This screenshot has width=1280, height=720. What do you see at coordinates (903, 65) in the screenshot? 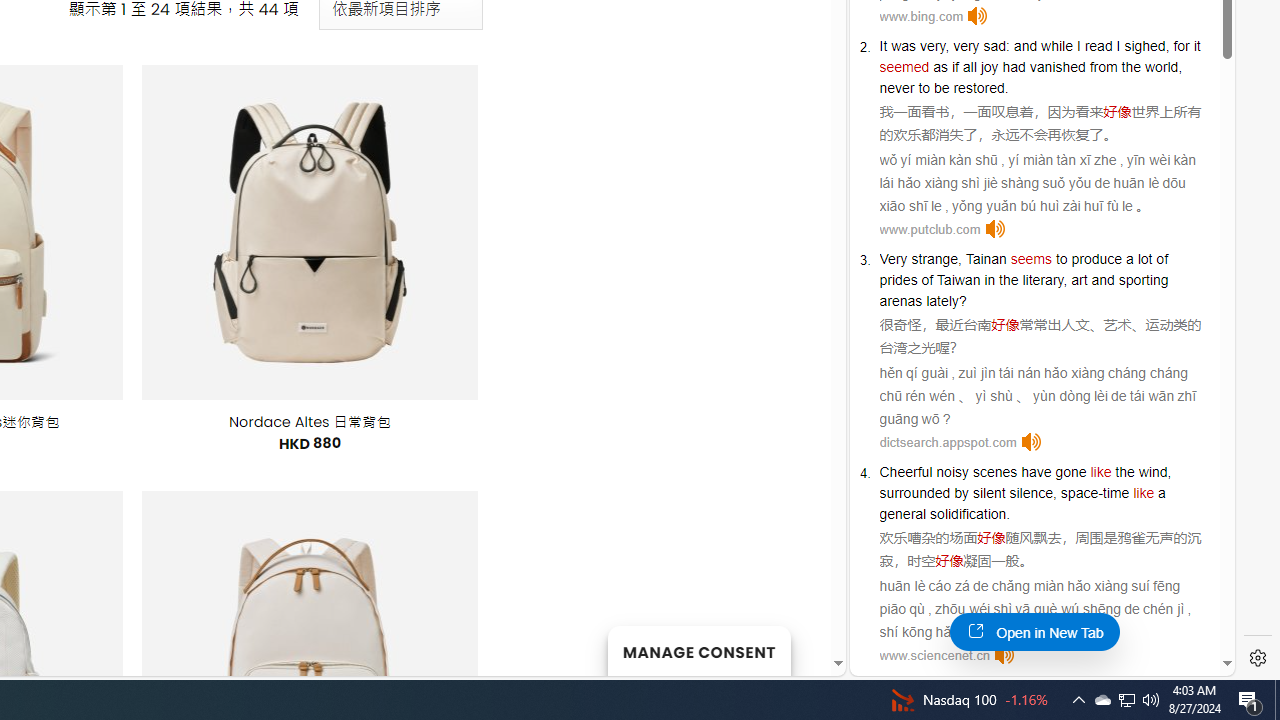
I see `'seemed'` at bounding box center [903, 65].